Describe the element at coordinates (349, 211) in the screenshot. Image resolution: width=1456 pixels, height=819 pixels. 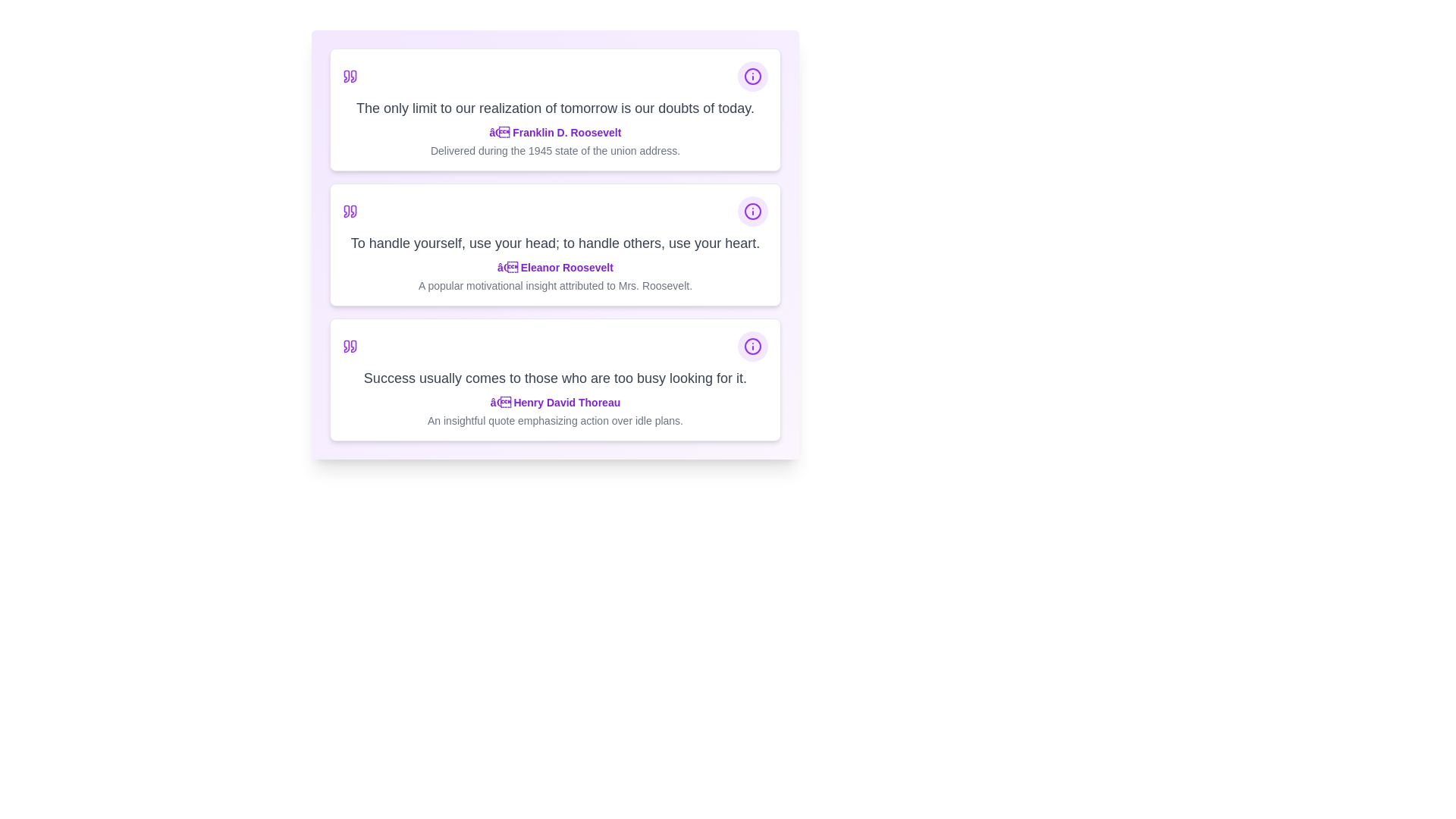
I see `the purple SVG graphic icon resembling quotation marks located at the top-left corner of the quote card` at that location.